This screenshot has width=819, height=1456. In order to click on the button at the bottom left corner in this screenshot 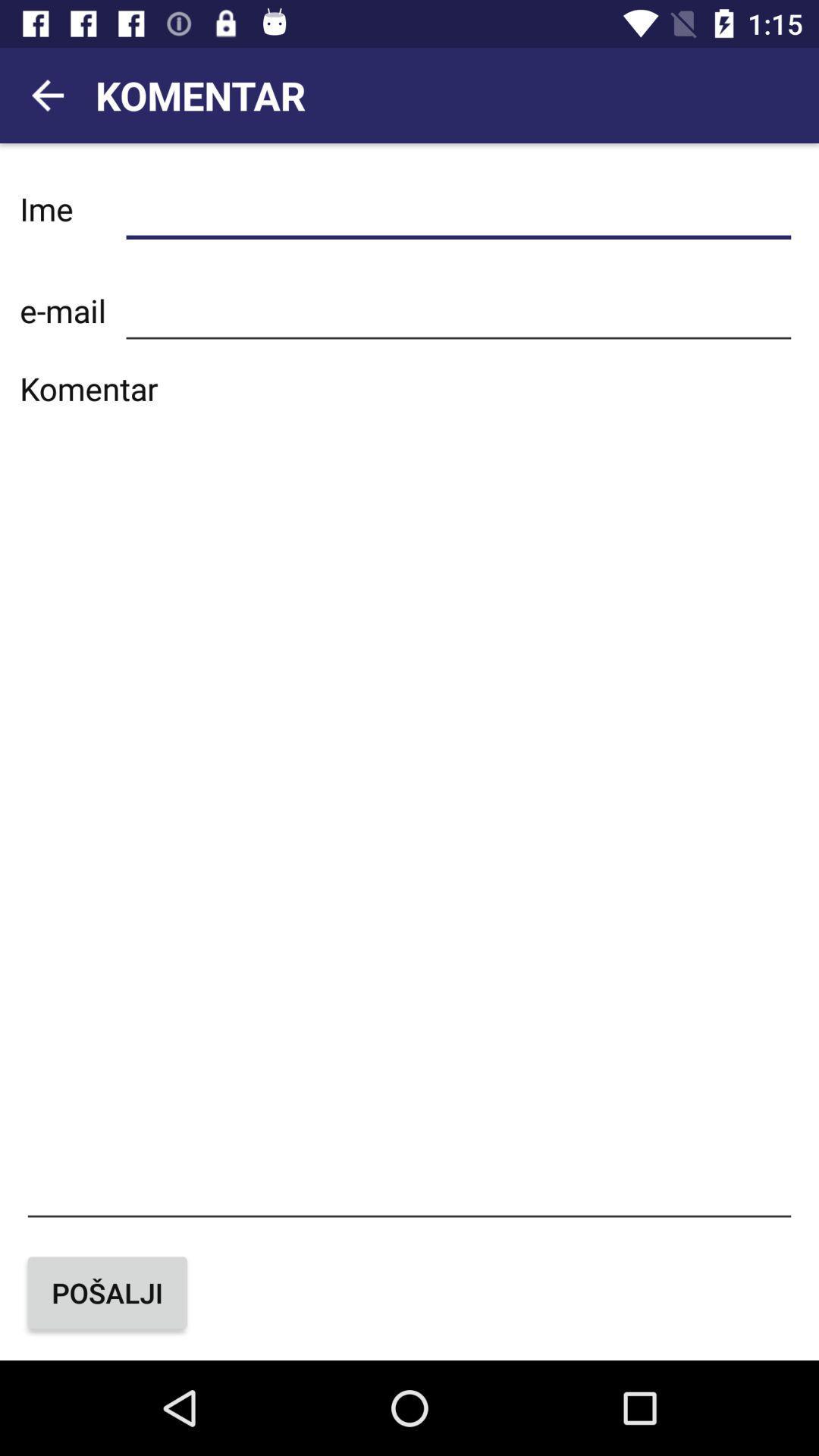, I will do `click(106, 1291)`.